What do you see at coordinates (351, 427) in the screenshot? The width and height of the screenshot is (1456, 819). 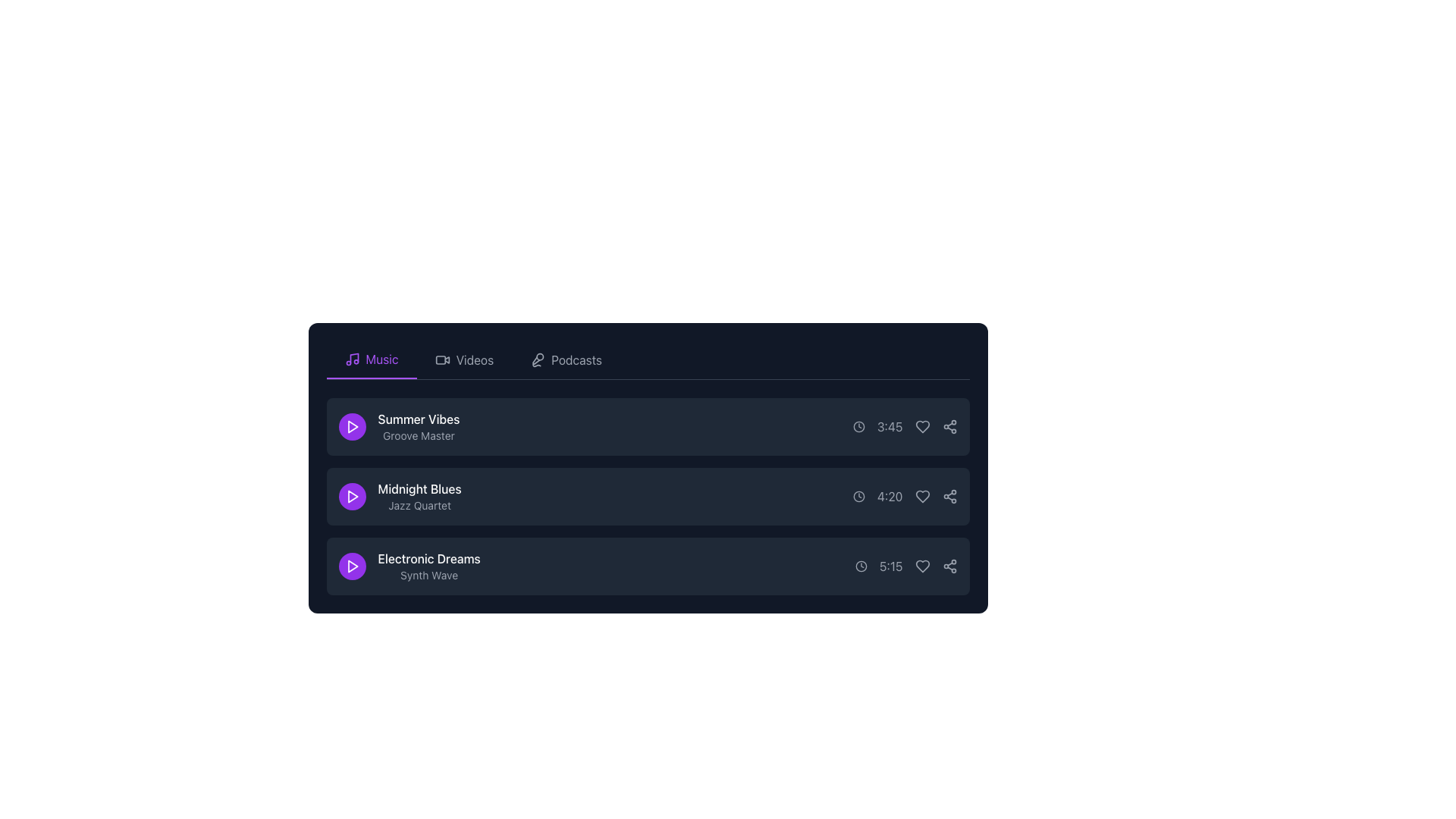 I see `the triangular play icon with a white outline on a purple circular background` at bounding box center [351, 427].